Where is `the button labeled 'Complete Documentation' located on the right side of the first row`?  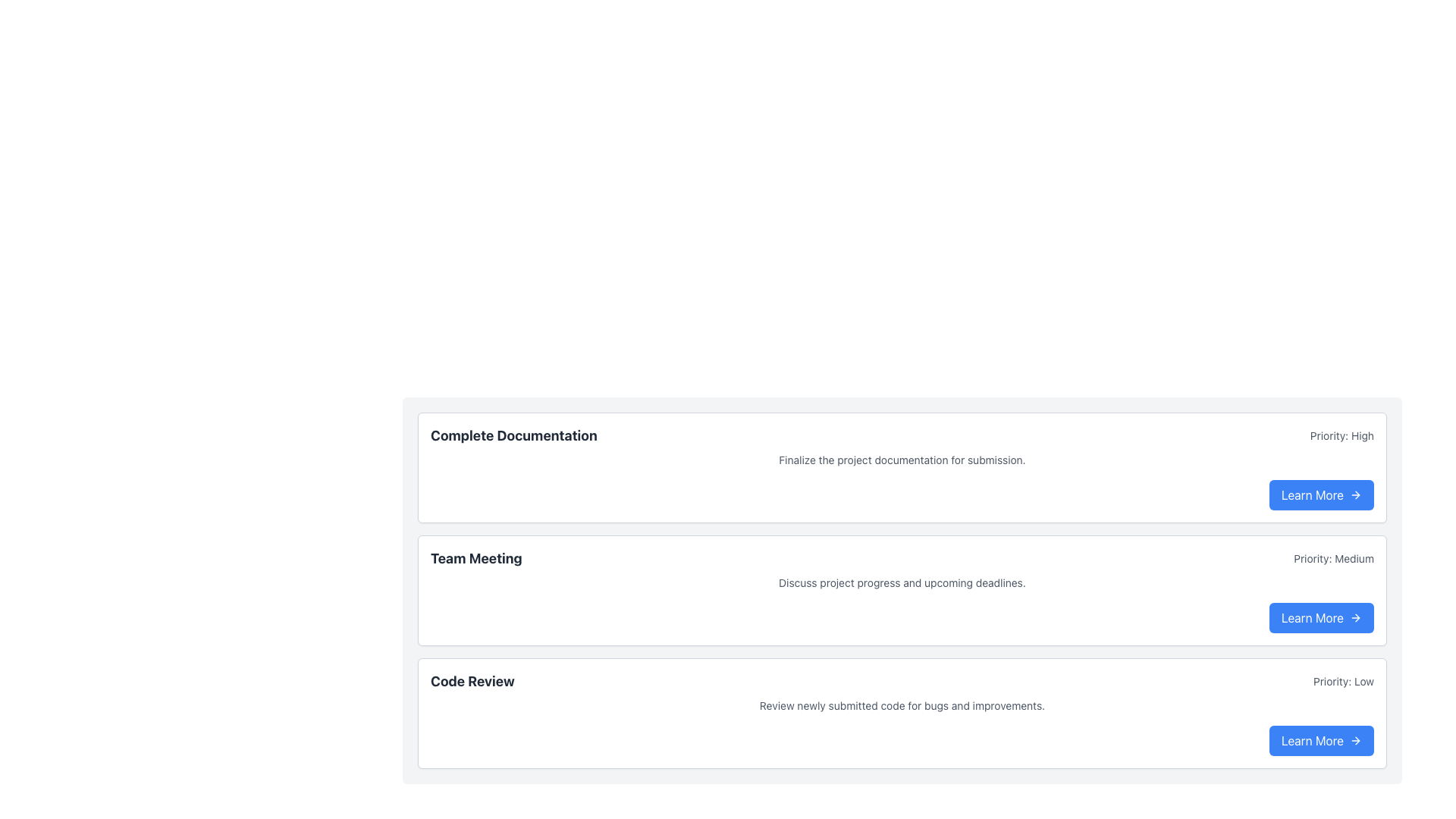 the button labeled 'Complete Documentation' located on the right side of the first row is located at coordinates (1311, 494).